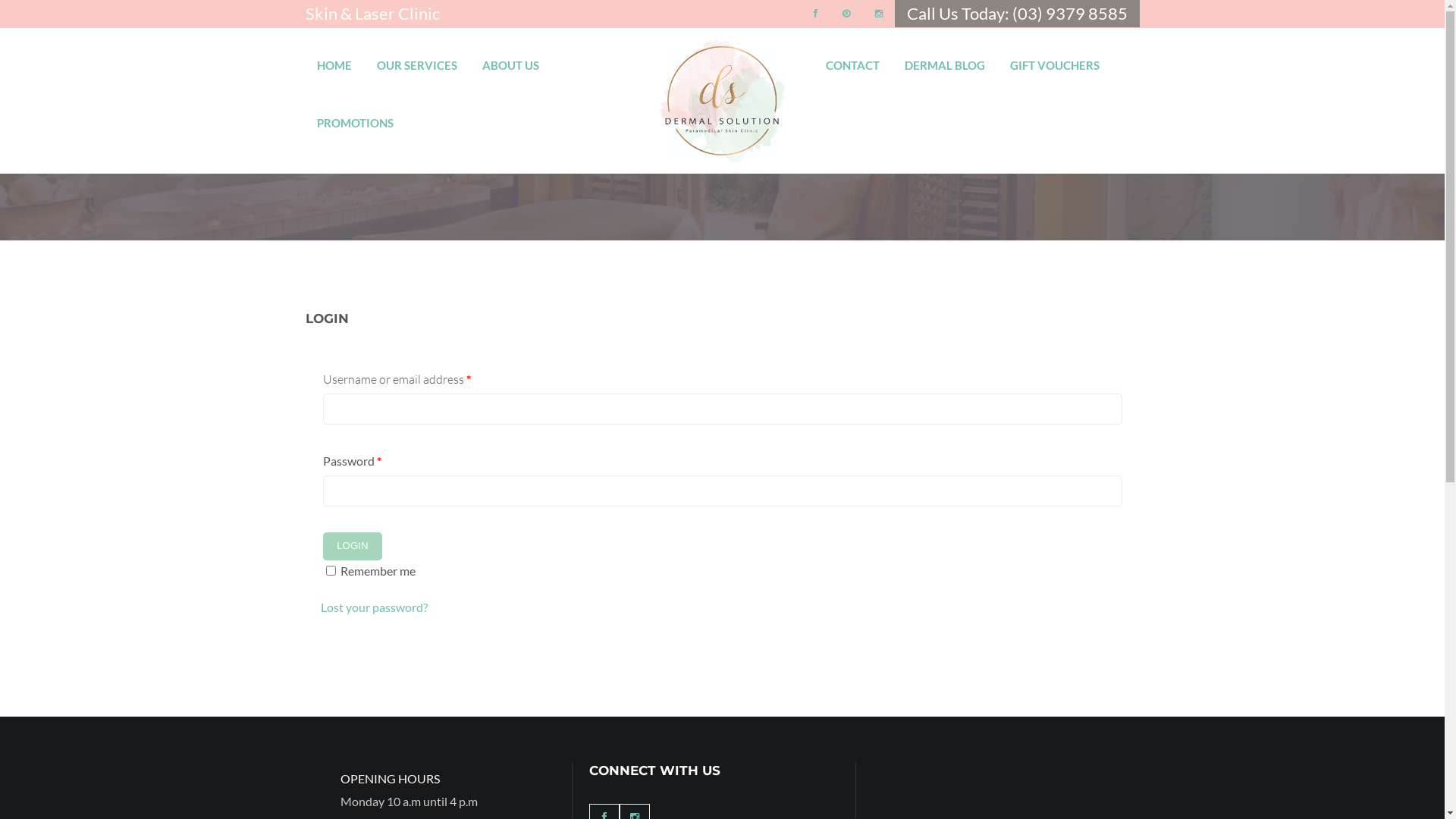 This screenshot has width=1456, height=819. Describe the element at coordinates (334, 58) in the screenshot. I see `'HOME'` at that location.